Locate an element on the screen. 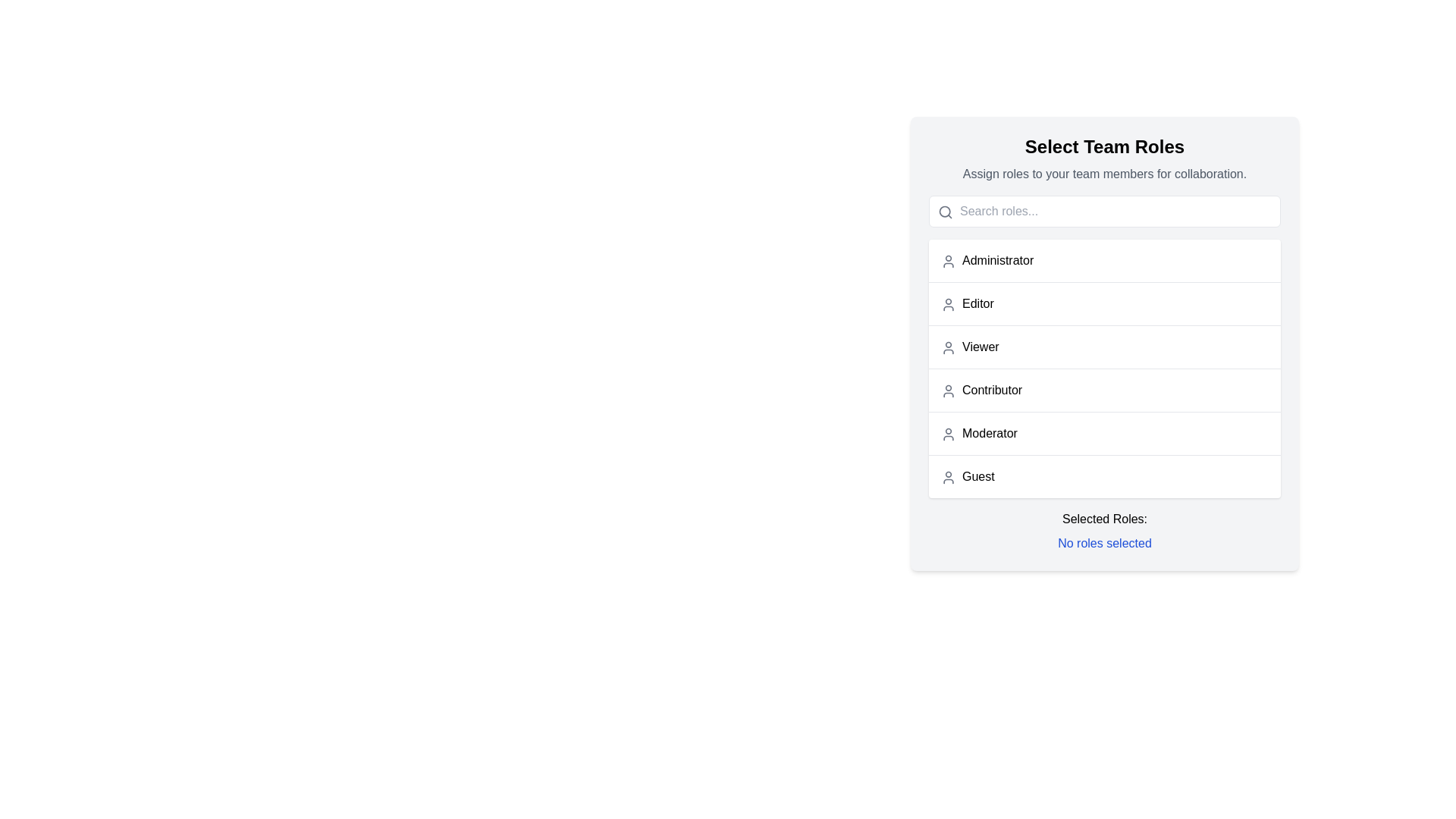 The height and width of the screenshot is (819, 1456). the text label containing 'Assign roles to your team members for collaboration.' located below the heading 'Select Team Roles' is located at coordinates (1105, 174).